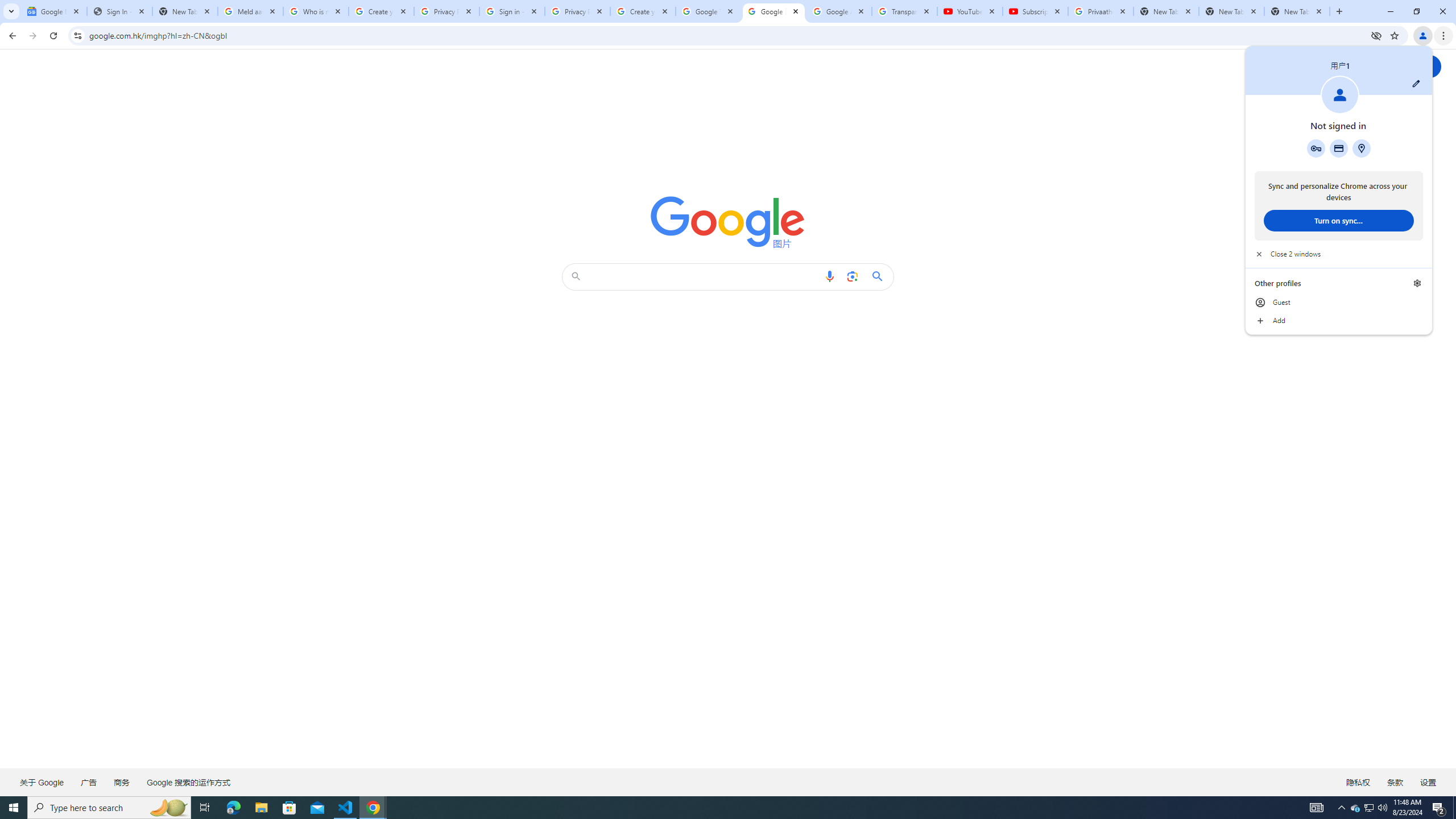  Describe the element at coordinates (1317, 806) in the screenshot. I see `'AutomationID: 4105'` at that location.